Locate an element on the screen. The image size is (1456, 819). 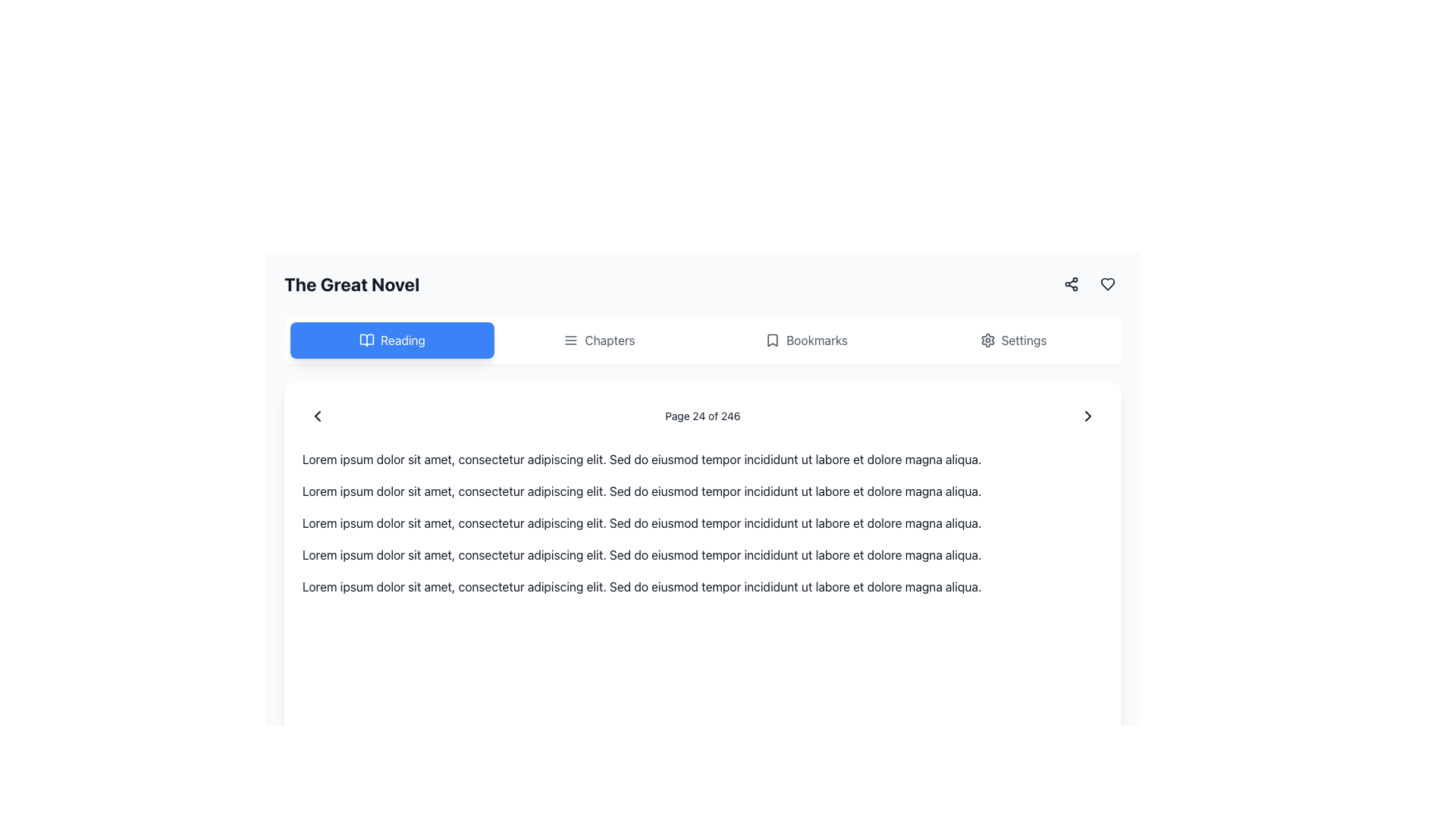
the Text Label displaying 'Page 24 of 246', which is centrally located in the bottom navigation bar between two interactive icons is located at coordinates (701, 416).